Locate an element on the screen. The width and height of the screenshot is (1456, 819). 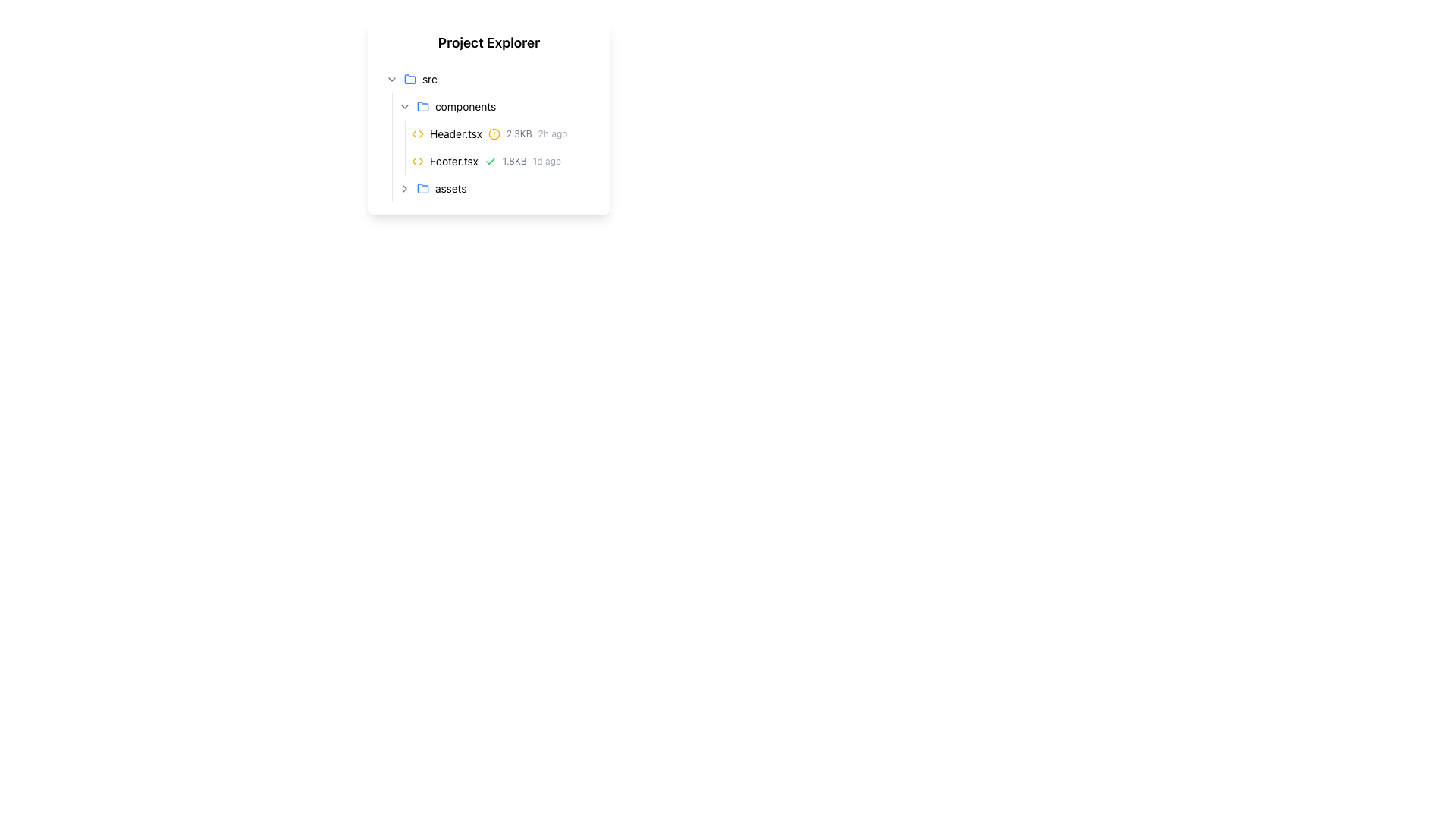
the 'src' folder item in the project explorer panel is located at coordinates (488, 79).